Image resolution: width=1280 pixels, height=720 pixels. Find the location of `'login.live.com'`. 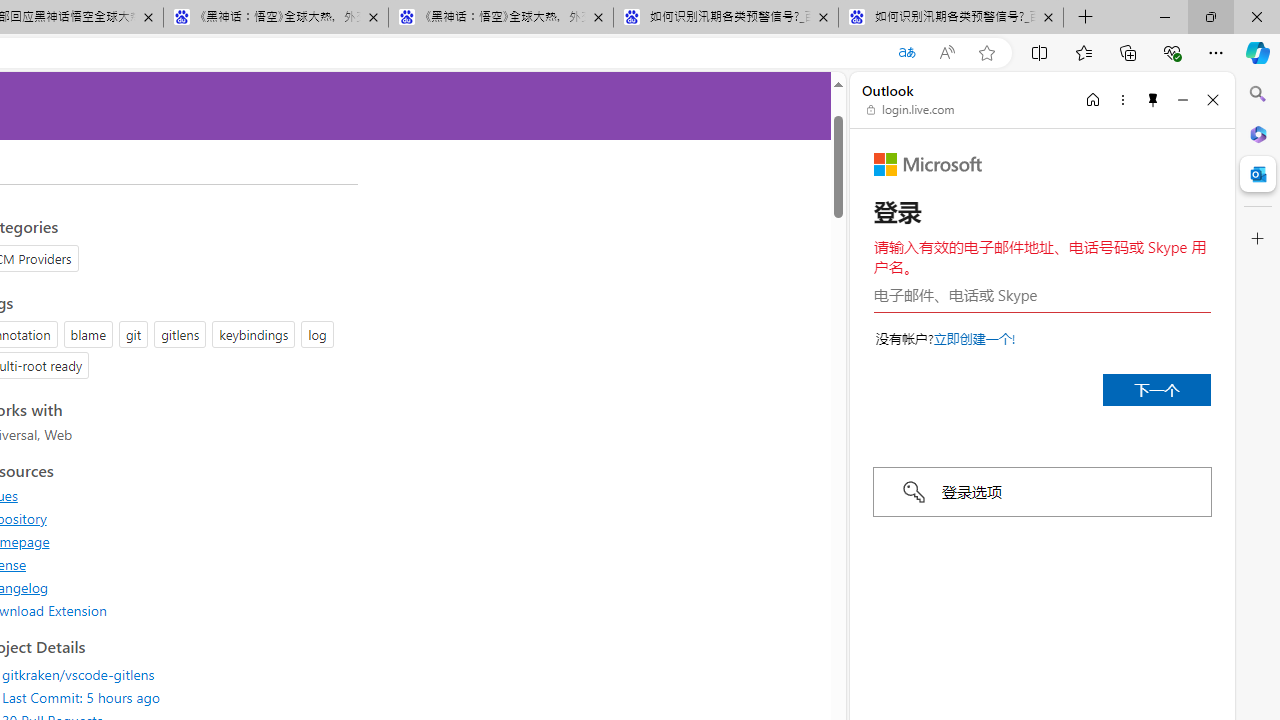

'login.live.com' is located at coordinates (910, 110).